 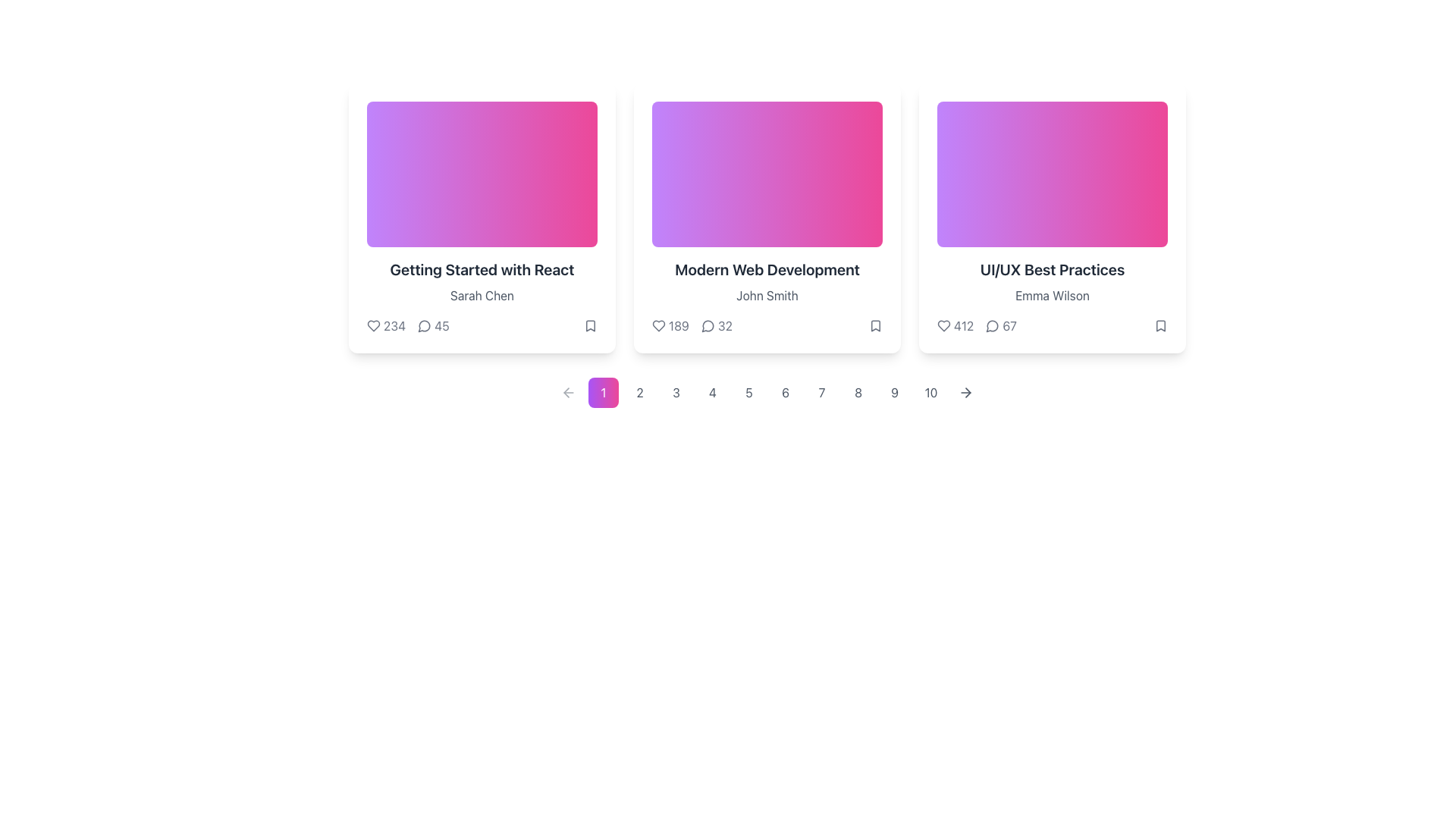 What do you see at coordinates (640, 391) in the screenshot?
I see `the square button with a rounded border containing the number '2', which is part of the pagination control at the bottom-center of the page` at bounding box center [640, 391].